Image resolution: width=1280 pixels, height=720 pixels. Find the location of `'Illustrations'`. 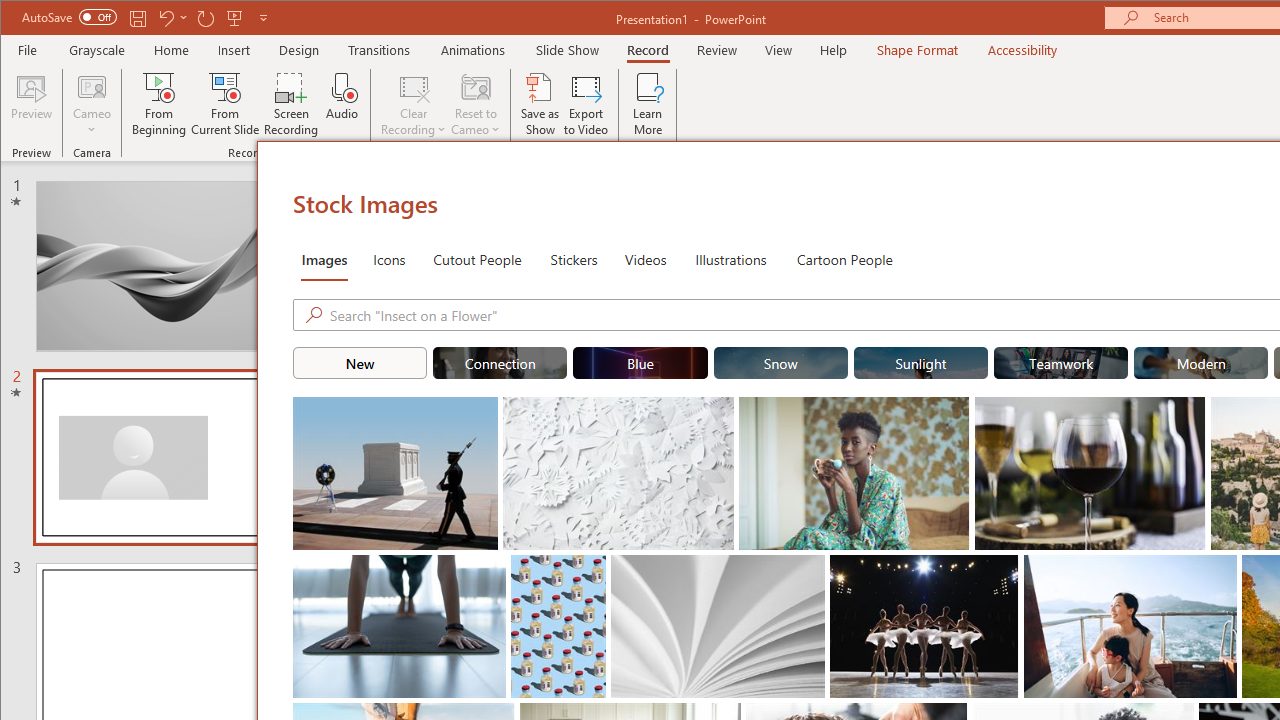

'Illustrations' is located at coordinates (729, 257).